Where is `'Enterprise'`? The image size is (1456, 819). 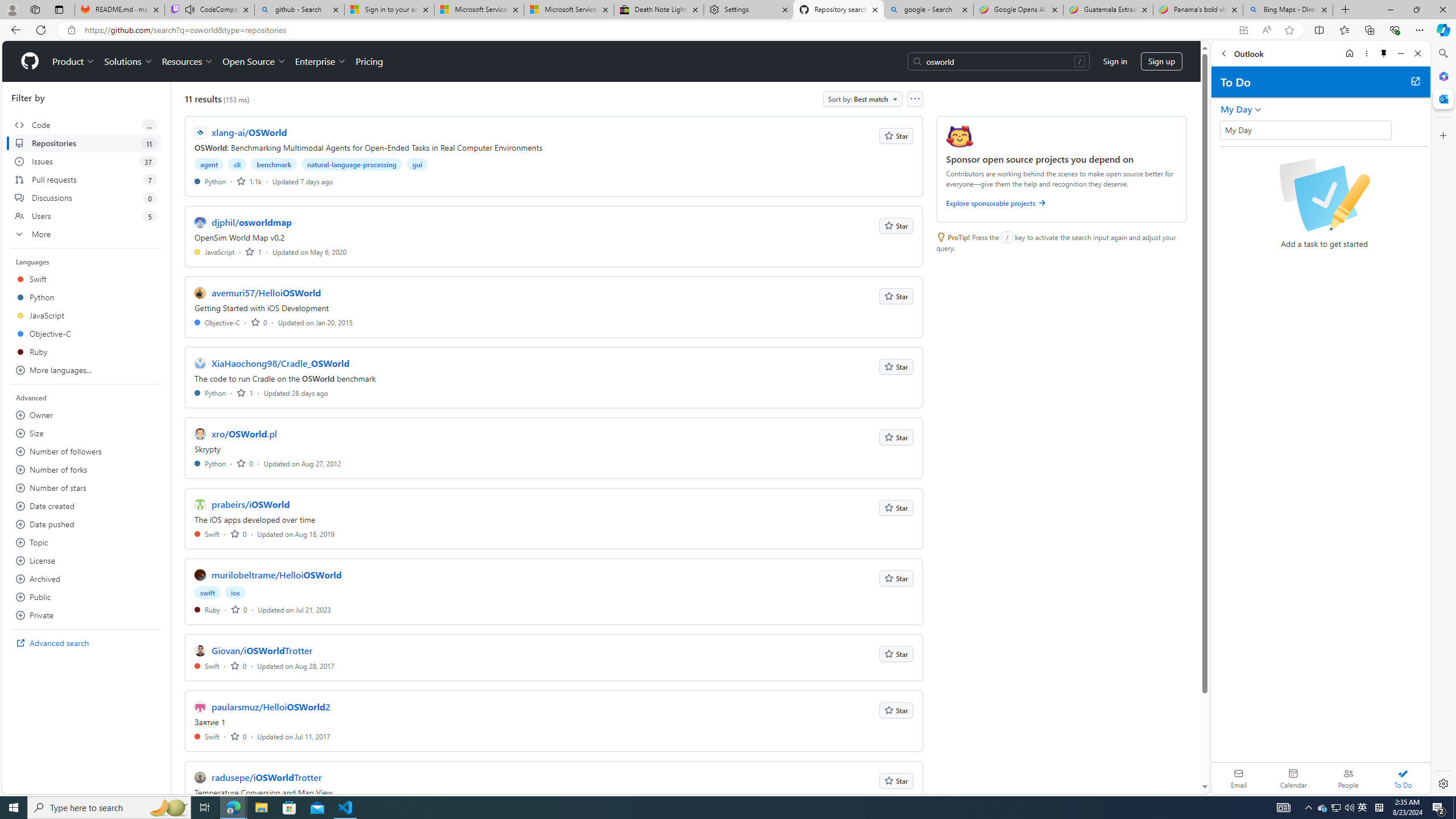
'Enterprise' is located at coordinates (320, 61).